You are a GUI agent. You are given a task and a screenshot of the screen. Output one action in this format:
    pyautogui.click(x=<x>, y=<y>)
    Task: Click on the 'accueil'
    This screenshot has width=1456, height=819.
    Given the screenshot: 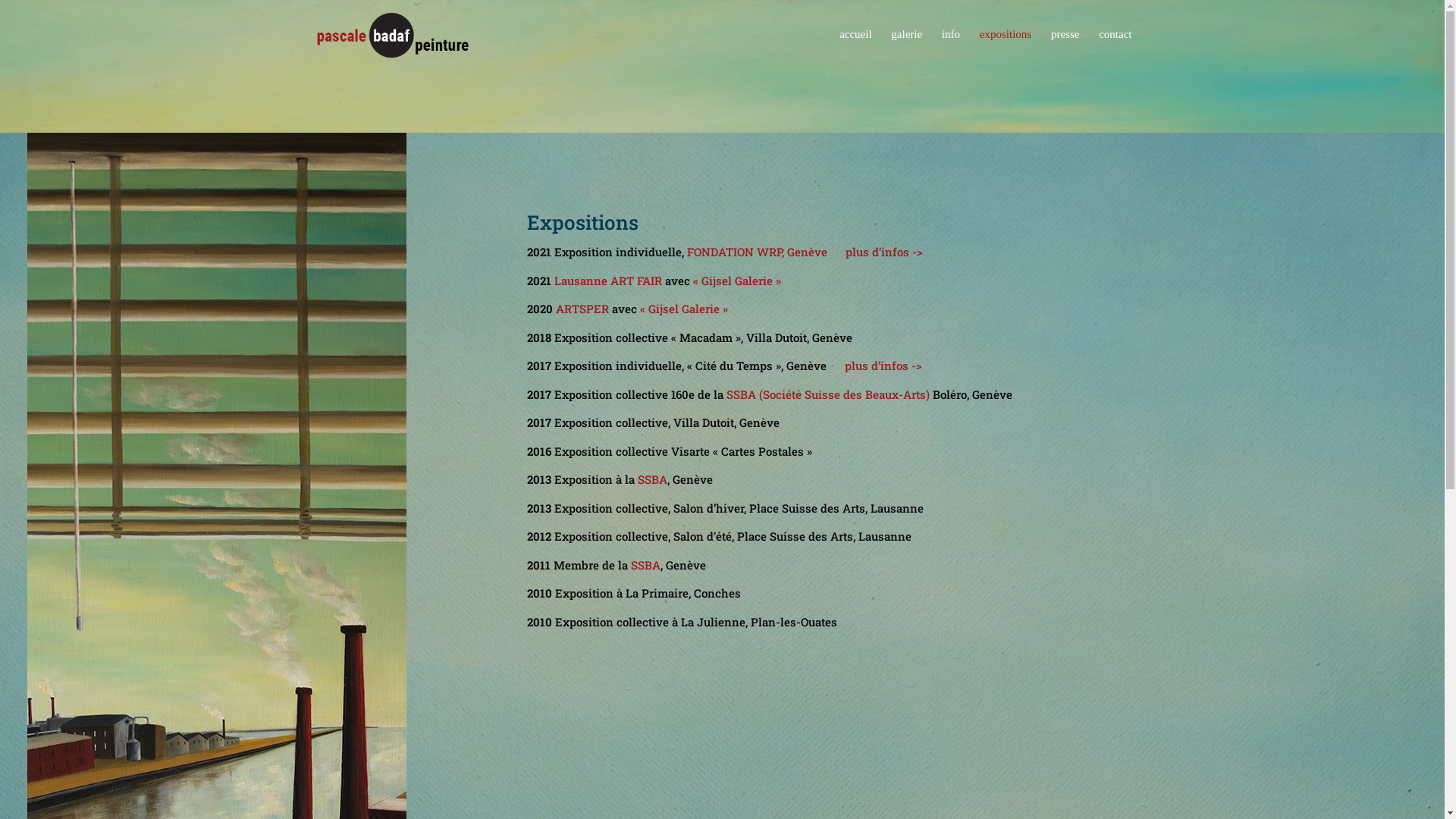 What is the action you would take?
    pyautogui.click(x=855, y=48)
    